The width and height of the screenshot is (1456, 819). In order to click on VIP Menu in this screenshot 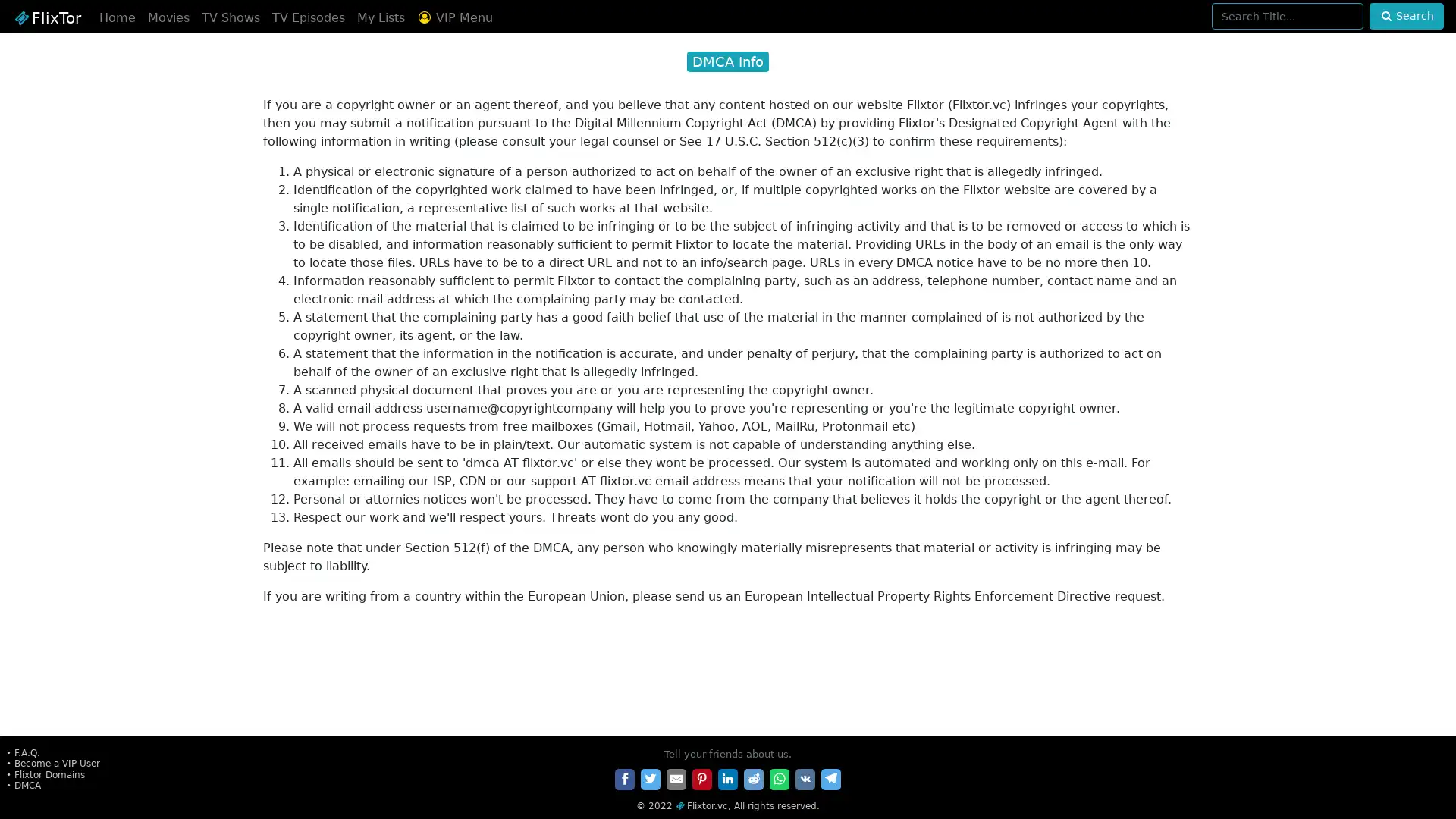, I will do `click(453, 17)`.